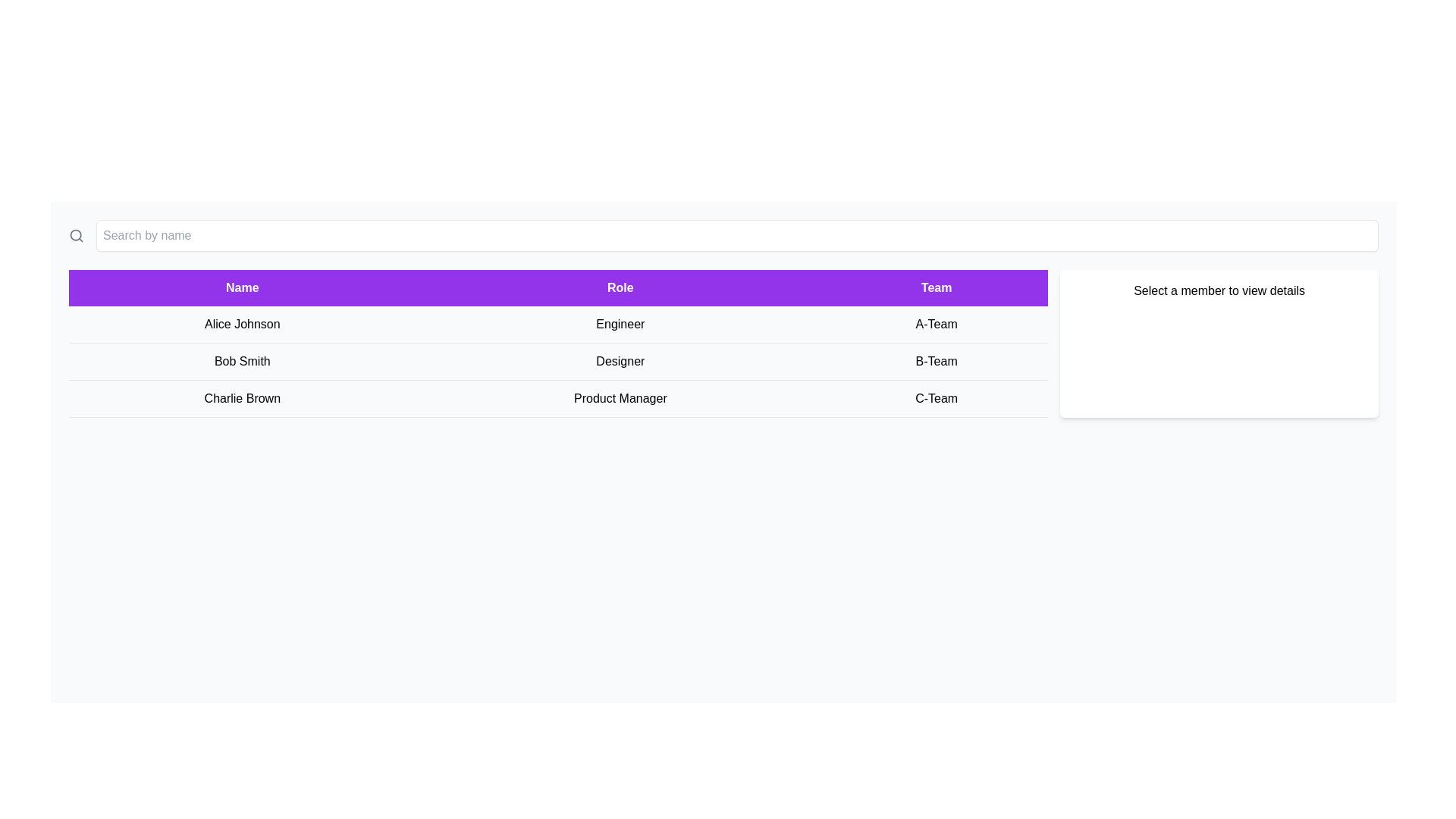 The width and height of the screenshot is (1456, 819). I want to click on the SVG circle element that forms the circular part of the magnifying glass icon, which is located on the left side of the search bar at the top of the interface, so click(75, 235).